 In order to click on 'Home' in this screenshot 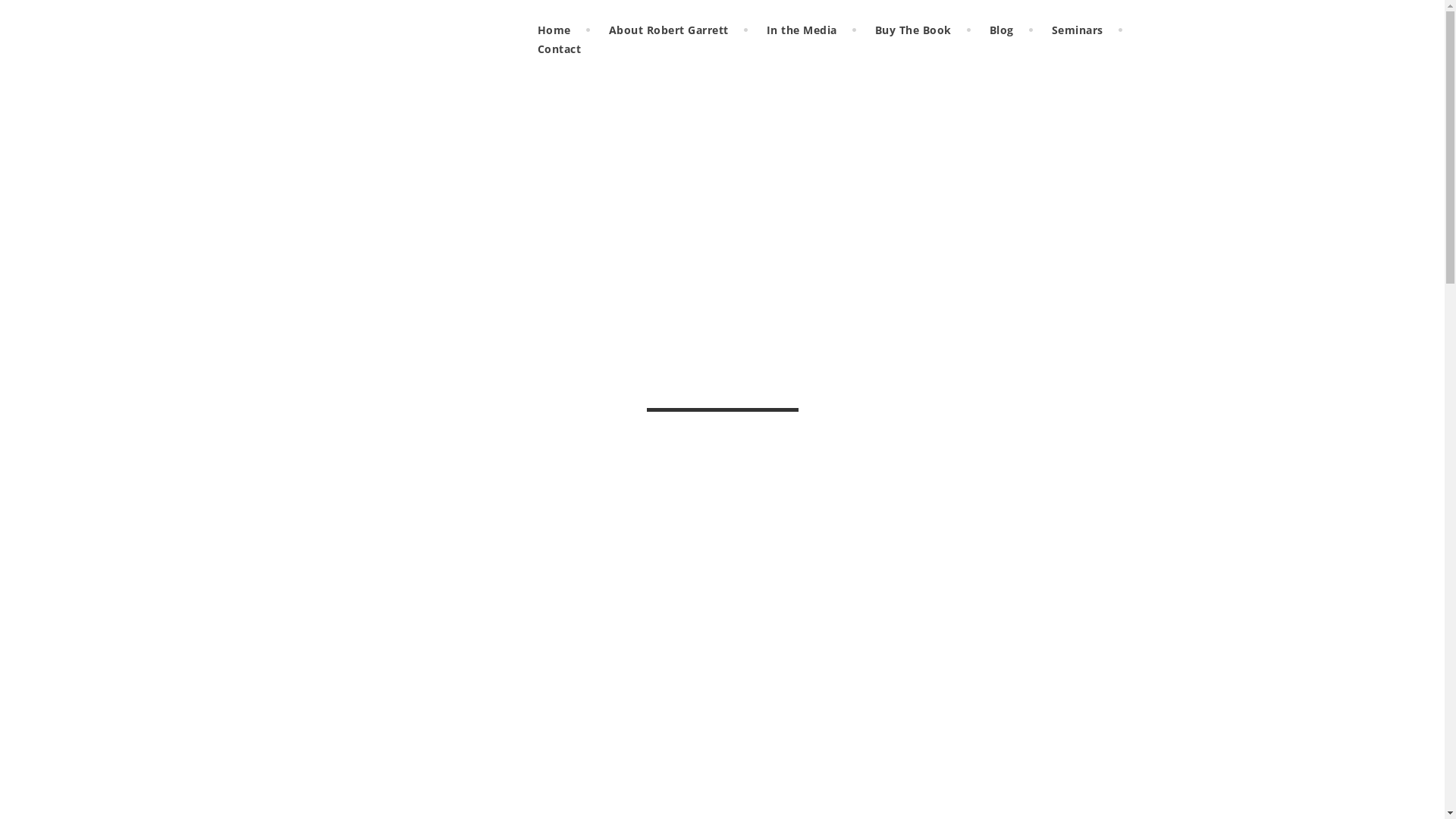, I will do `click(526, 30)`.